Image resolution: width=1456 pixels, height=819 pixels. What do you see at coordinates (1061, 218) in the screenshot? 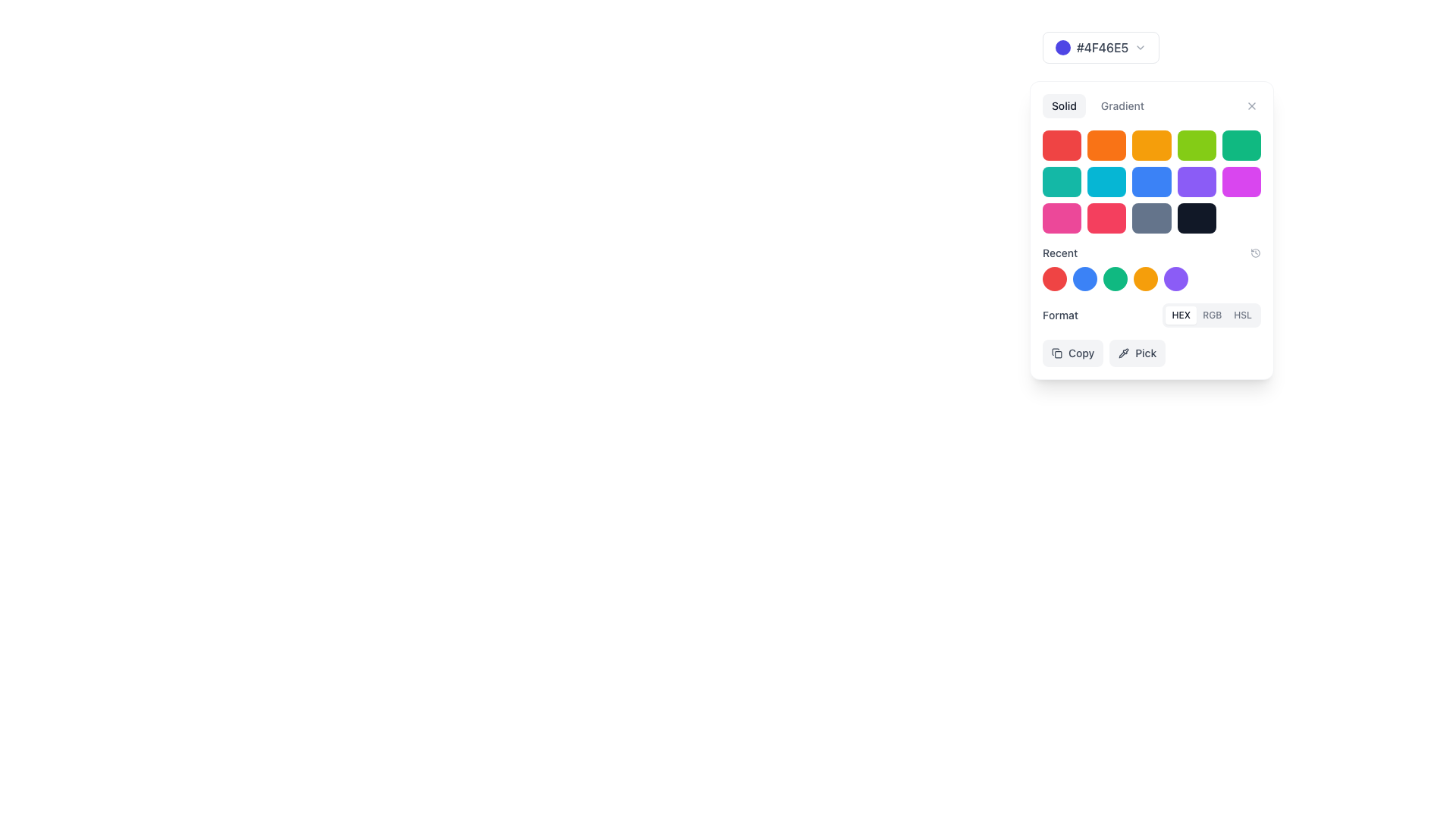
I see `the pink color selection button located in the bottom row, first column of the grid` at bounding box center [1061, 218].